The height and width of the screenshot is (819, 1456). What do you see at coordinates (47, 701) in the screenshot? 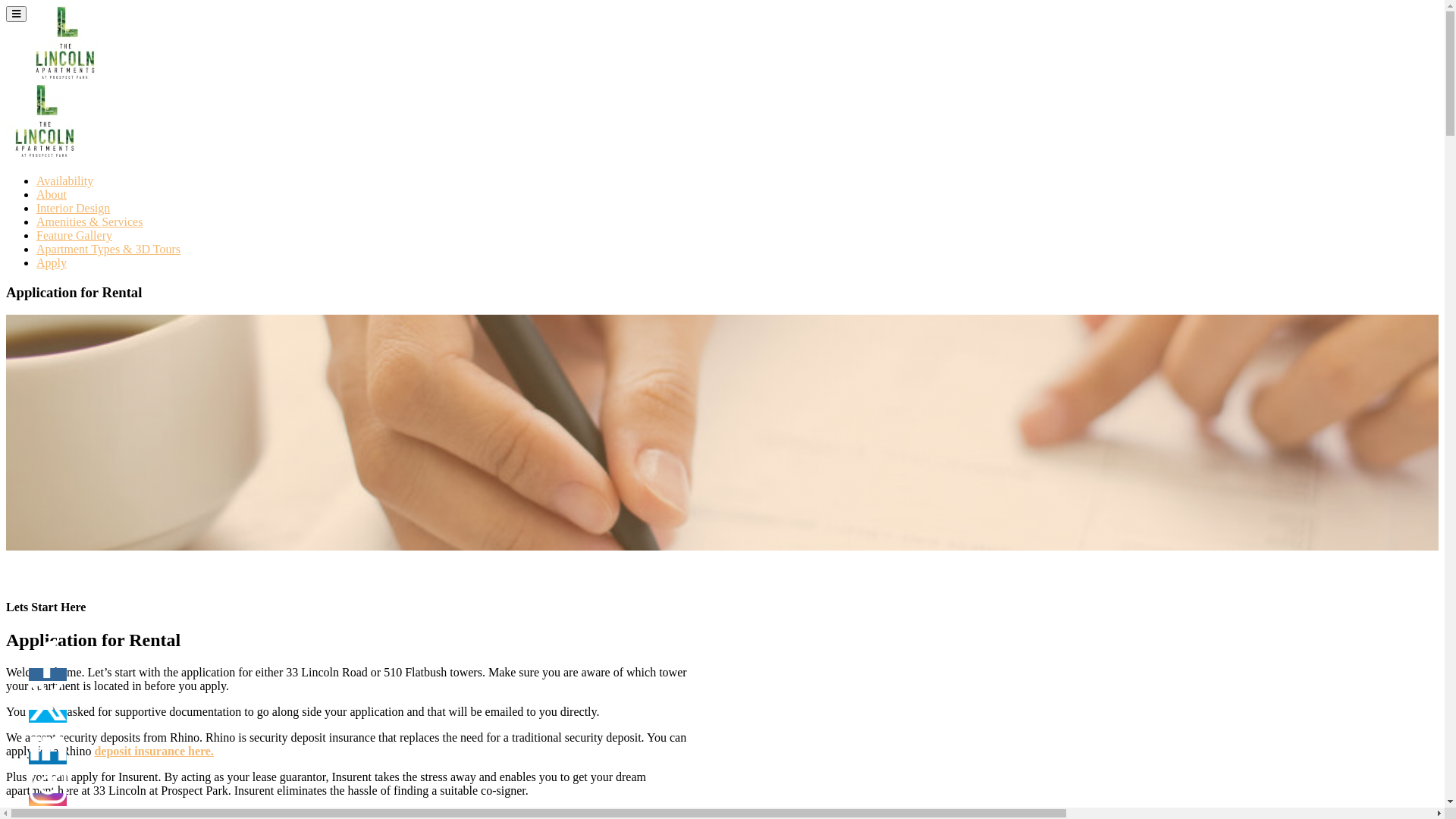
I see `'Twitter'` at bounding box center [47, 701].